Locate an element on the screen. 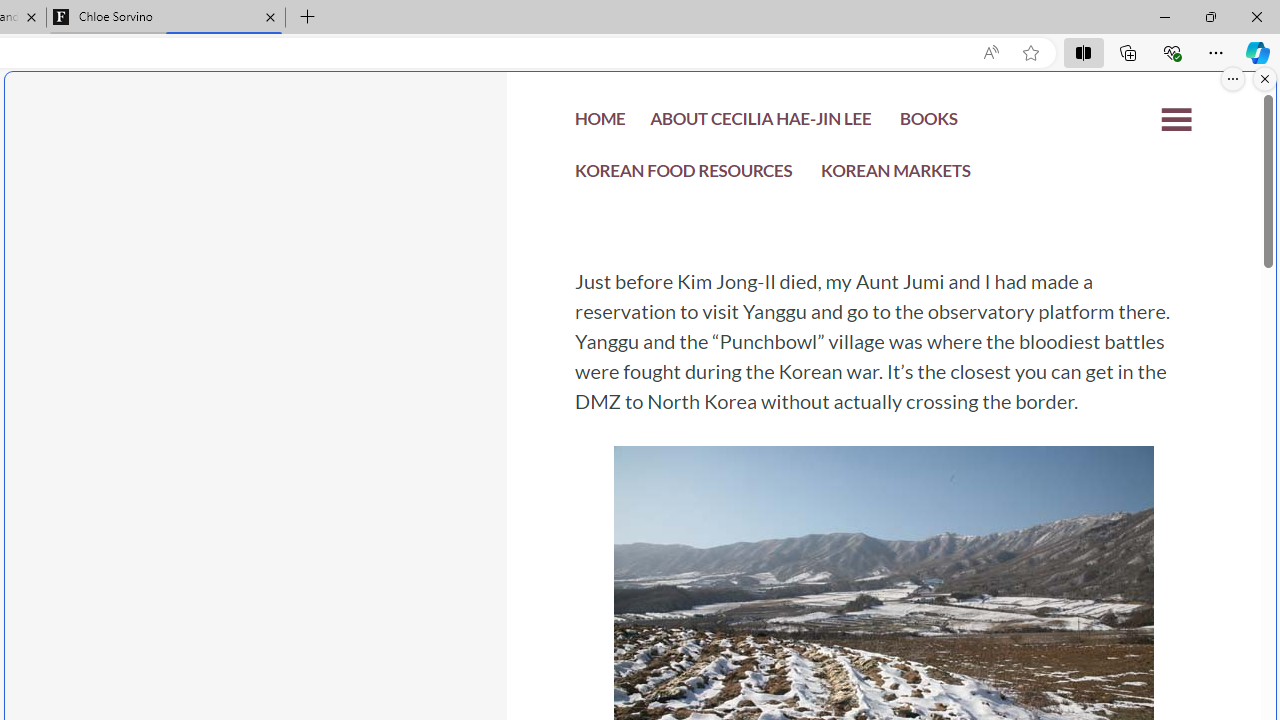 Image resolution: width=1280 pixels, height=720 pixels. 'HOME' is located at coordinates (599, 124).